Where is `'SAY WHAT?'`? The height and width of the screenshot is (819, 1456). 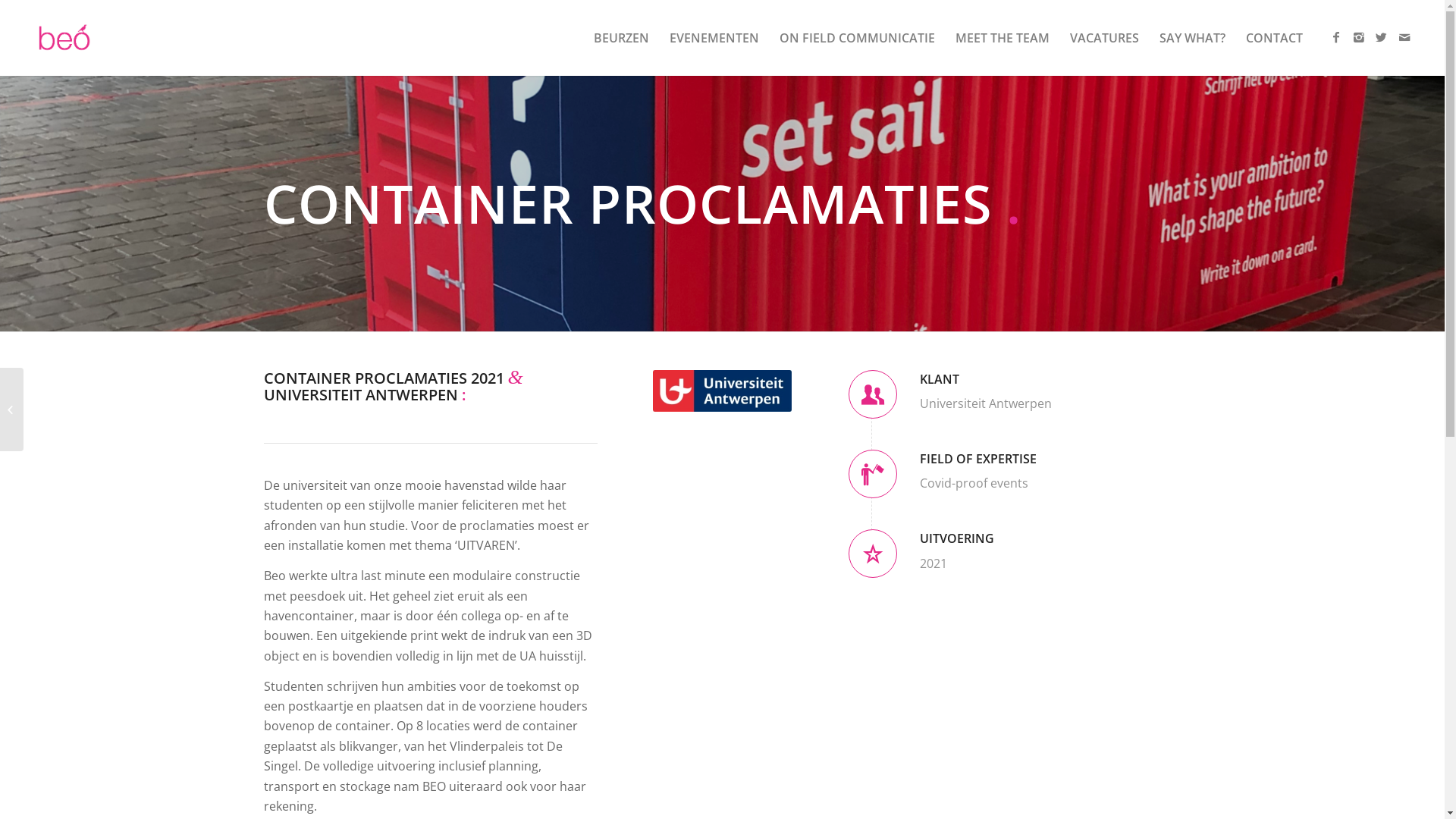 'SAY WHAT?' is located at coordinates (1149, 37).